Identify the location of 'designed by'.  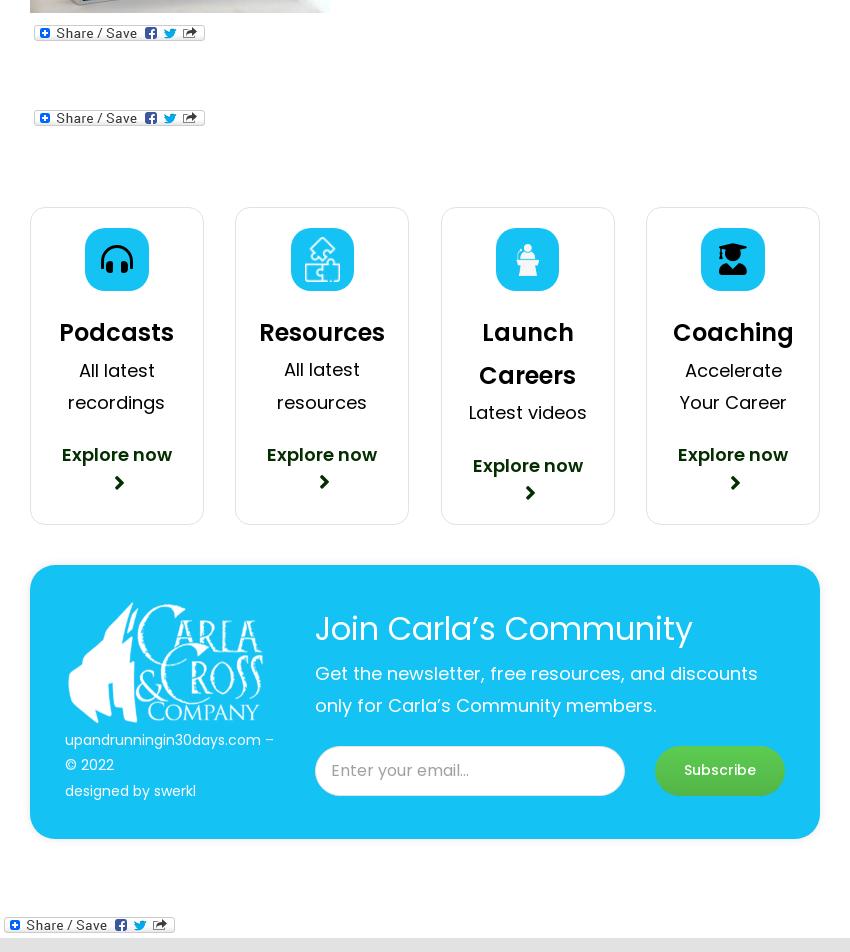
(107, 789).